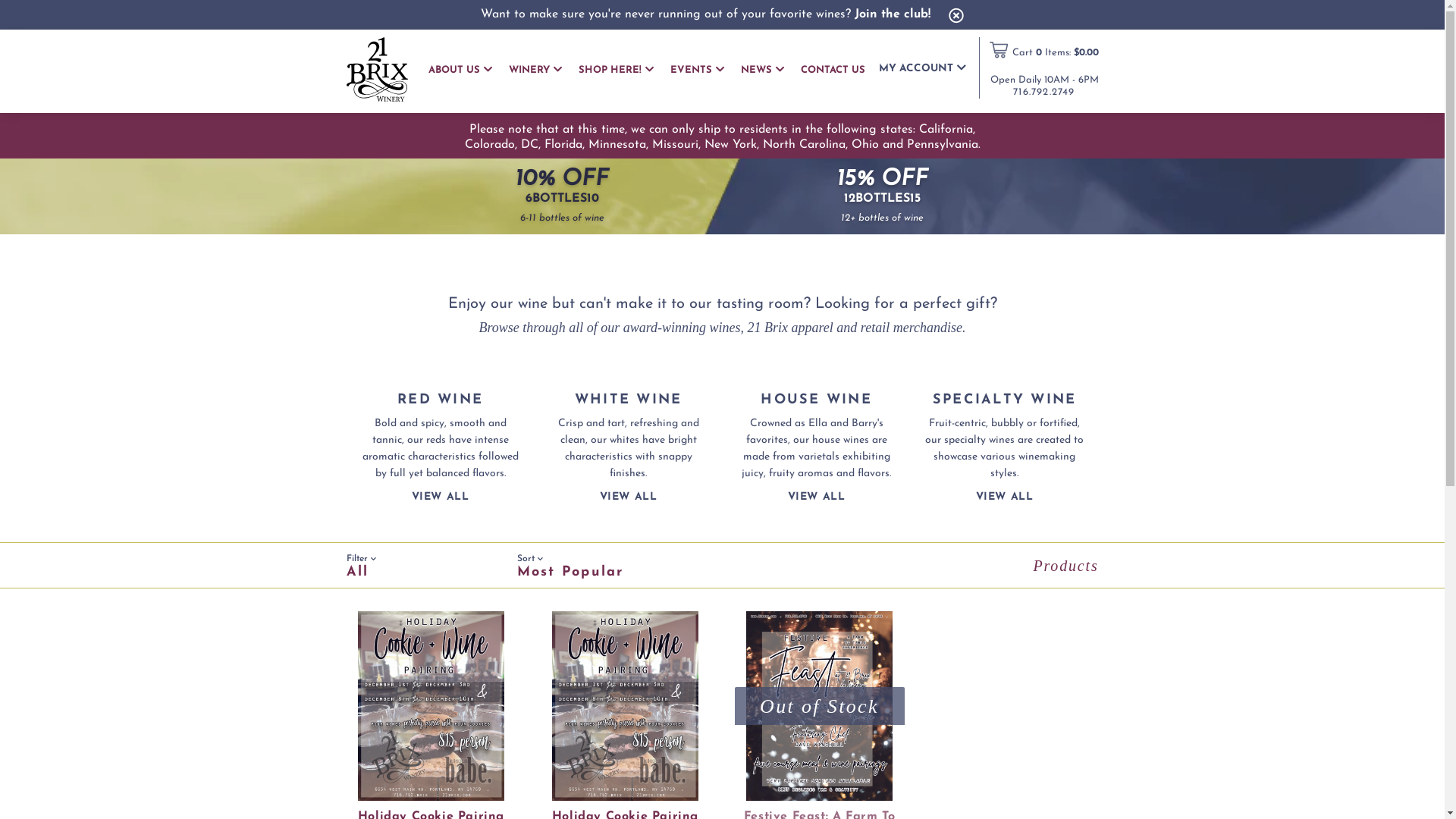 Image resolution: width=1456 pixels, height=819 pixels. I want to click on 'Cart 0 Items: $0.00', so click(1054, 52).